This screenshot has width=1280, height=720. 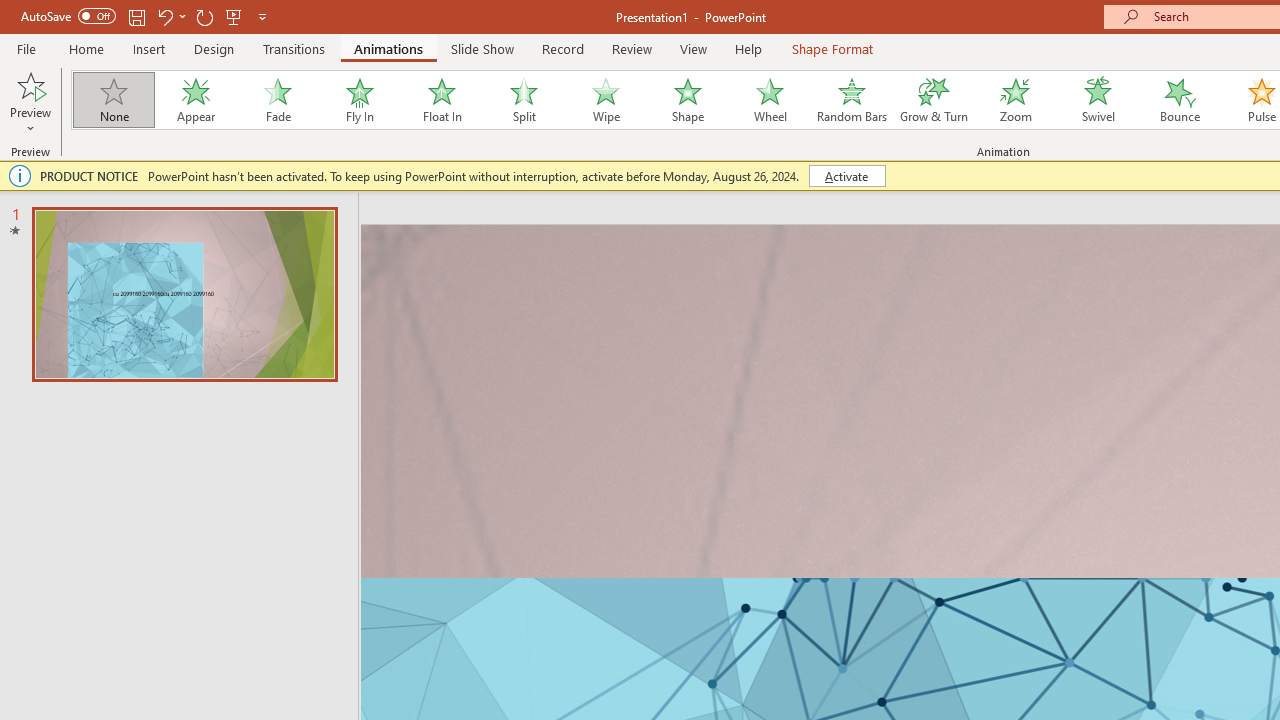 What do you see at coordinates (933, 100) in the screenshot?
I see `'Grow & Turn'` at bounding box center [933, 100].